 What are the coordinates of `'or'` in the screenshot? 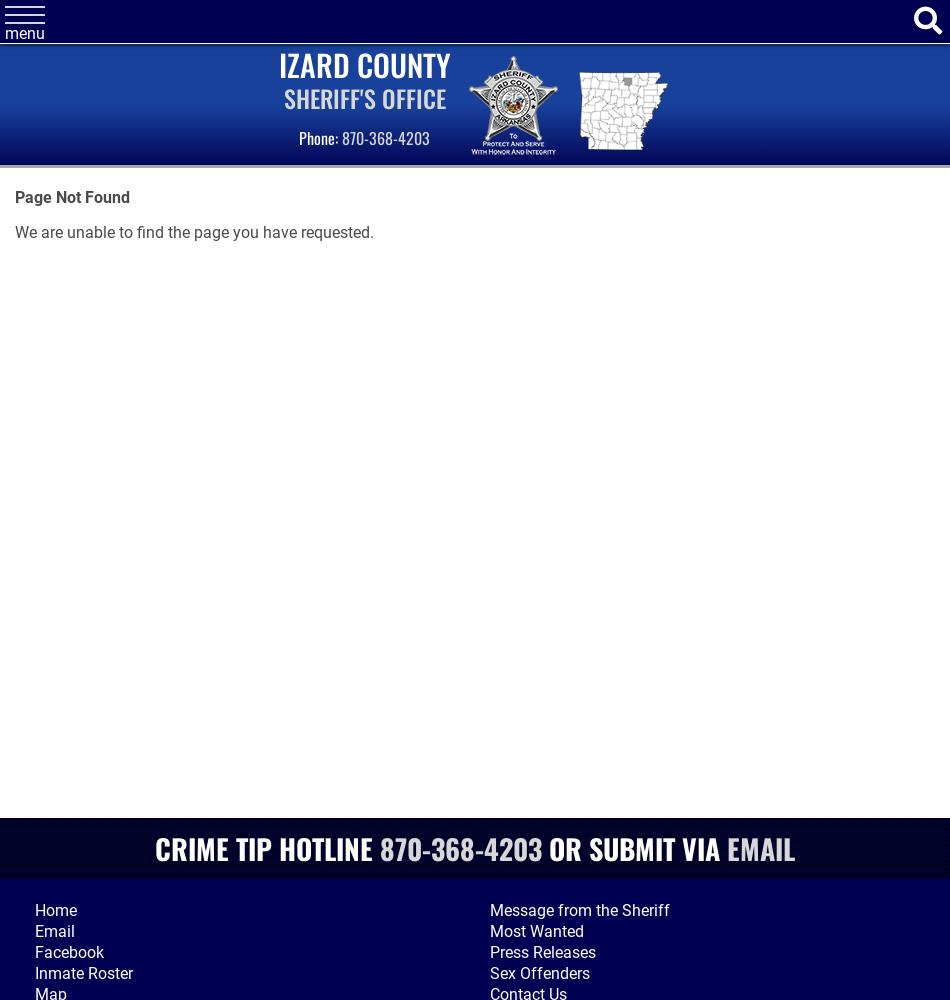 It's located at (541, 847).